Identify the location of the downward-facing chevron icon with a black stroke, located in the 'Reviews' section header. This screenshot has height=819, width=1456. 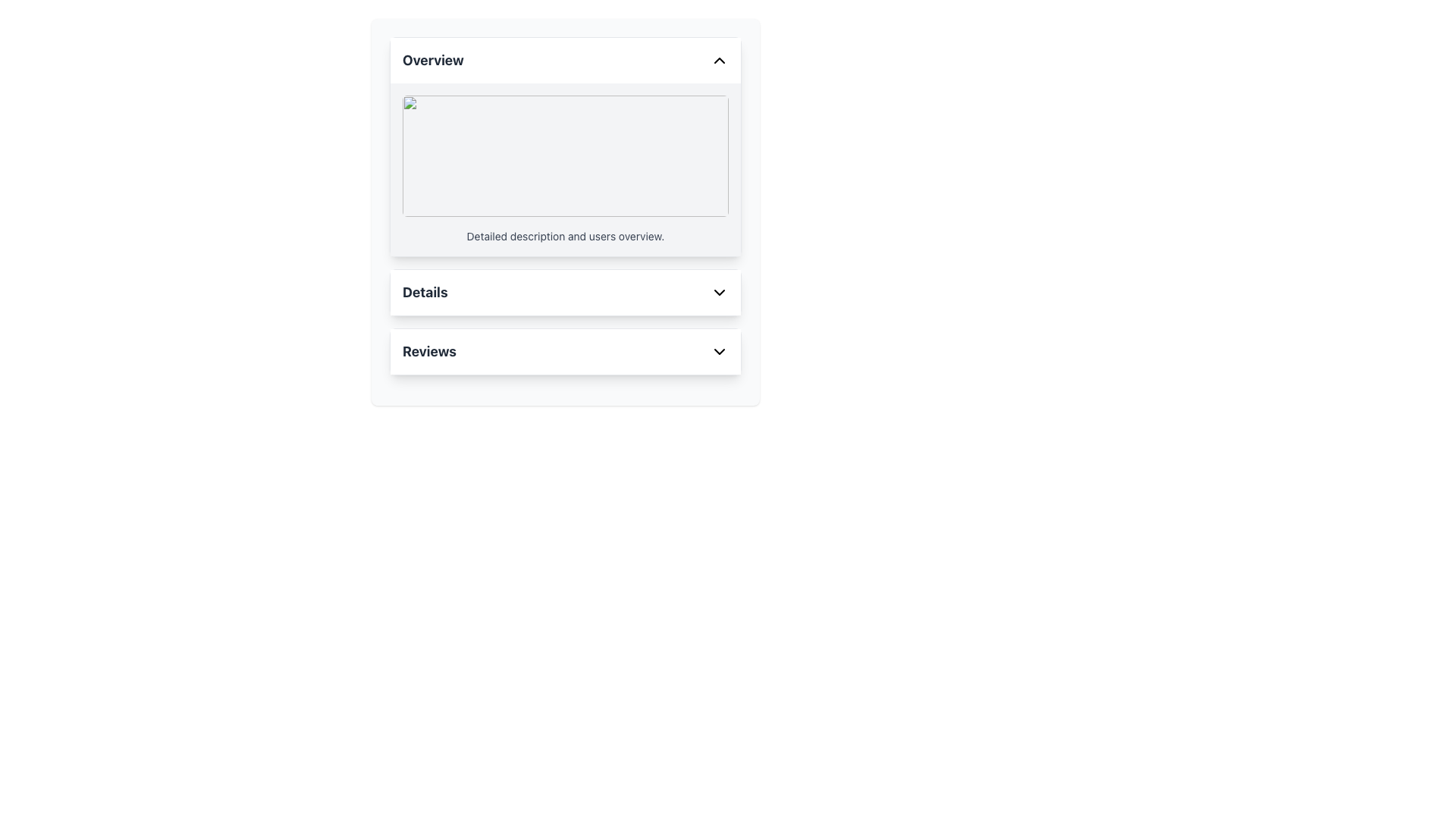
(719, 351).